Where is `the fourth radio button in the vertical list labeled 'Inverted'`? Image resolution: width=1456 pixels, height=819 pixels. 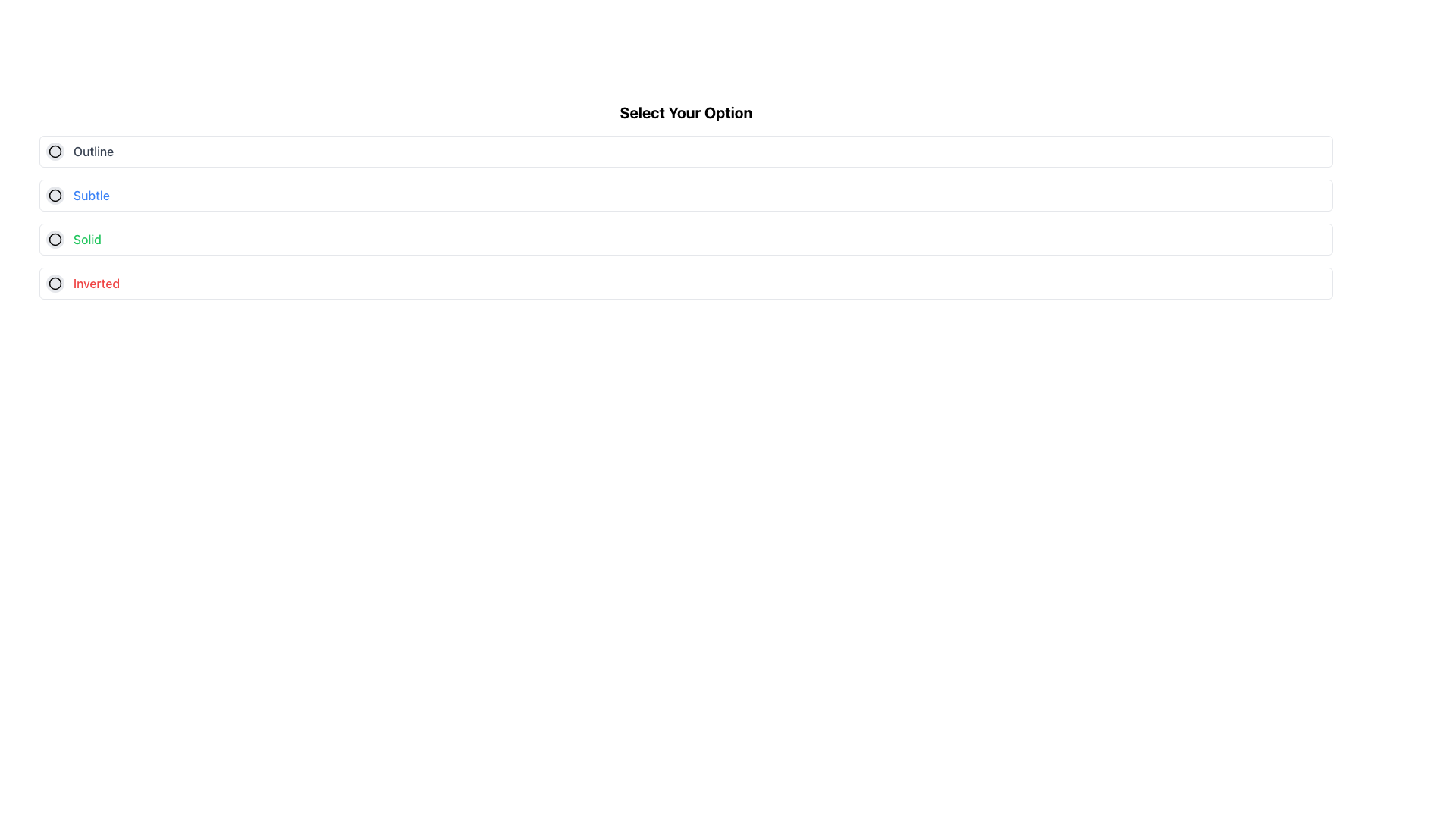
the fourth radio button in the vertical list labeled 'Inverted' is located at coordinates (55, 284).